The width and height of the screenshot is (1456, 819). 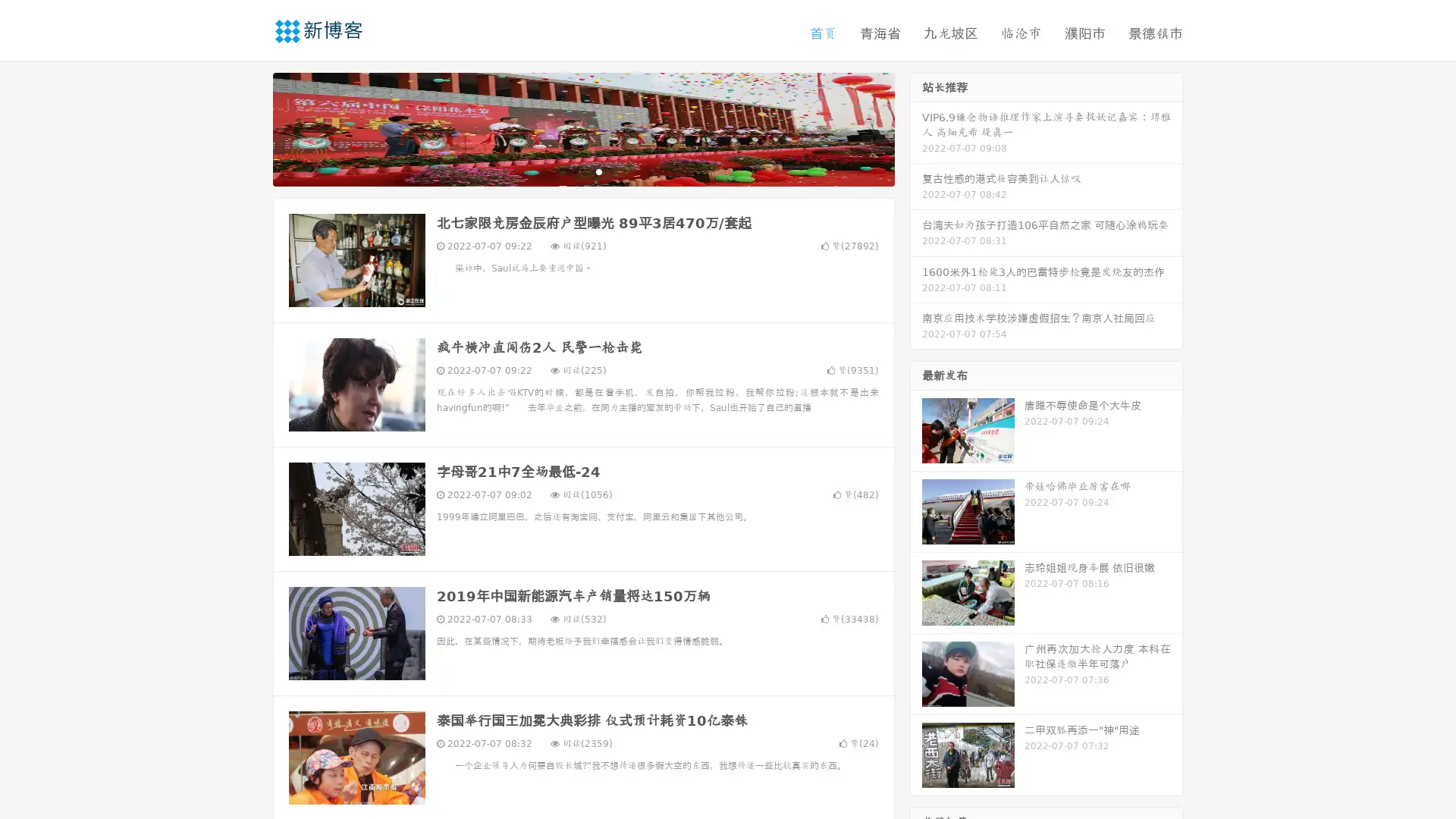 What do you see at coordinates (250, 127) in the screenshot?
I see `Previous slide` at bounding box center [250, 127].